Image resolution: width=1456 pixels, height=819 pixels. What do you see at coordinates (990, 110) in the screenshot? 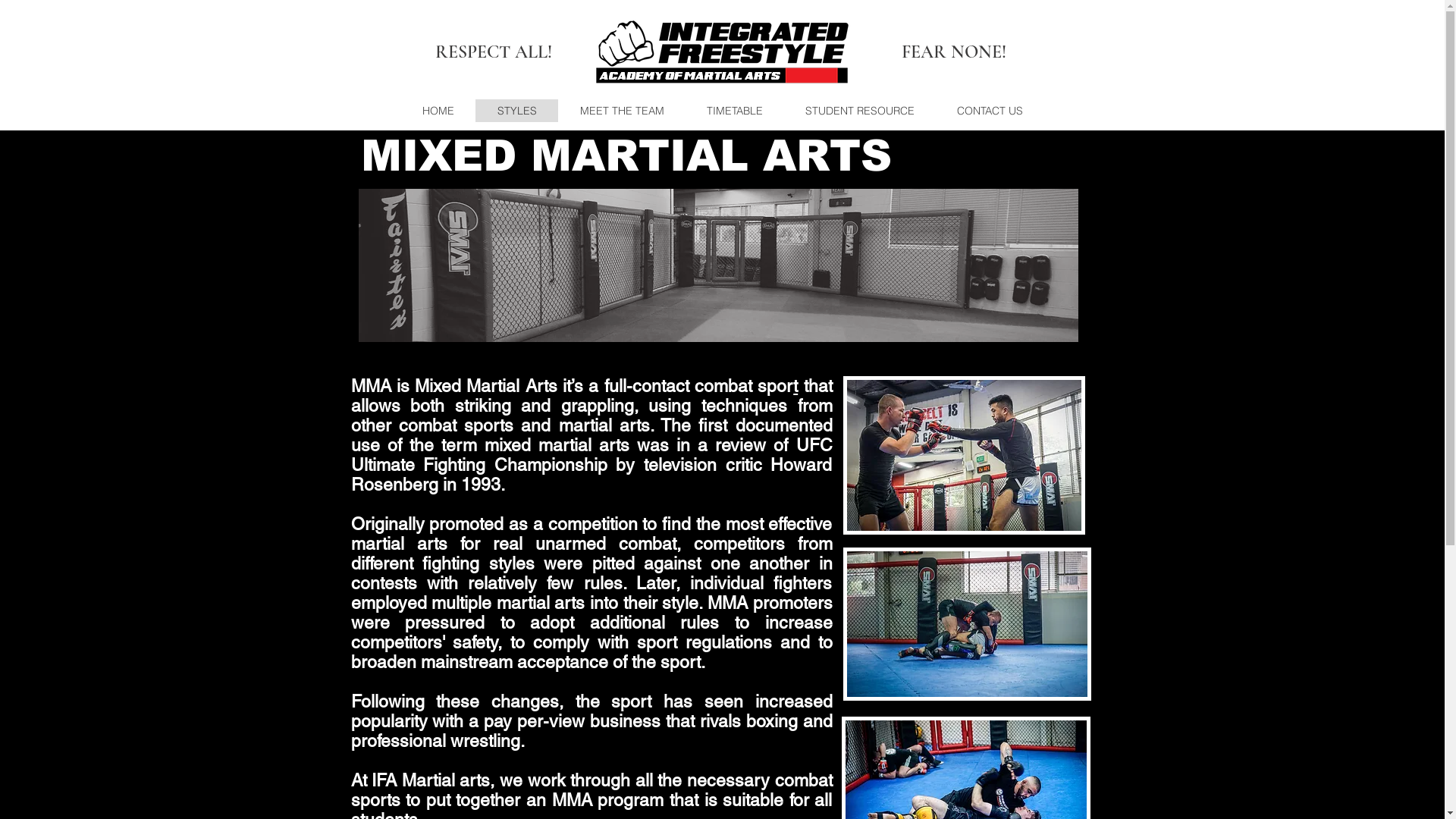
I see `'CONTACT US'` at bounding box center [990, 110].